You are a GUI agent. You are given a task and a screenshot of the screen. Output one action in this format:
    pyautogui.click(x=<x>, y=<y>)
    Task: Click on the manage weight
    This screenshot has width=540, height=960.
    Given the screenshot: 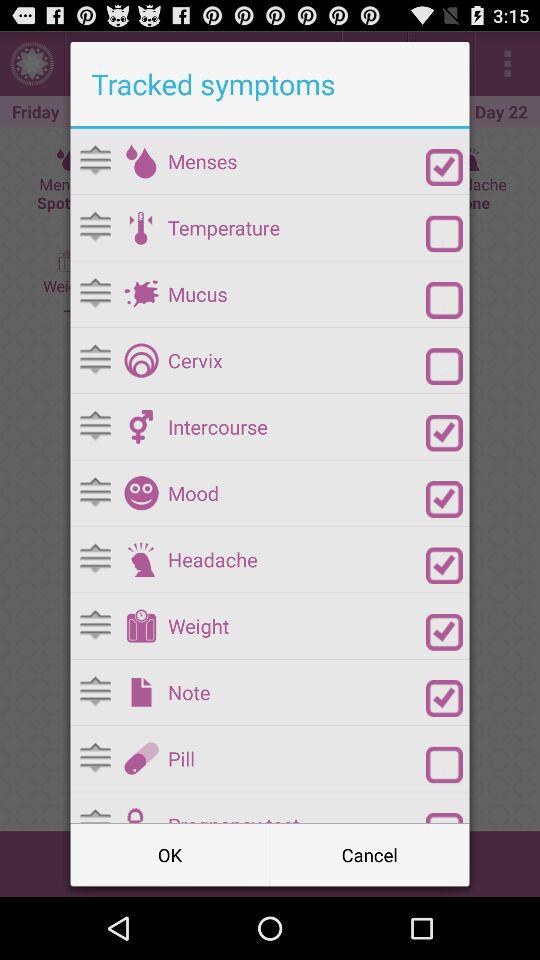 What is the action you would take?
    pyautogui.click(x=140, y=625)
    